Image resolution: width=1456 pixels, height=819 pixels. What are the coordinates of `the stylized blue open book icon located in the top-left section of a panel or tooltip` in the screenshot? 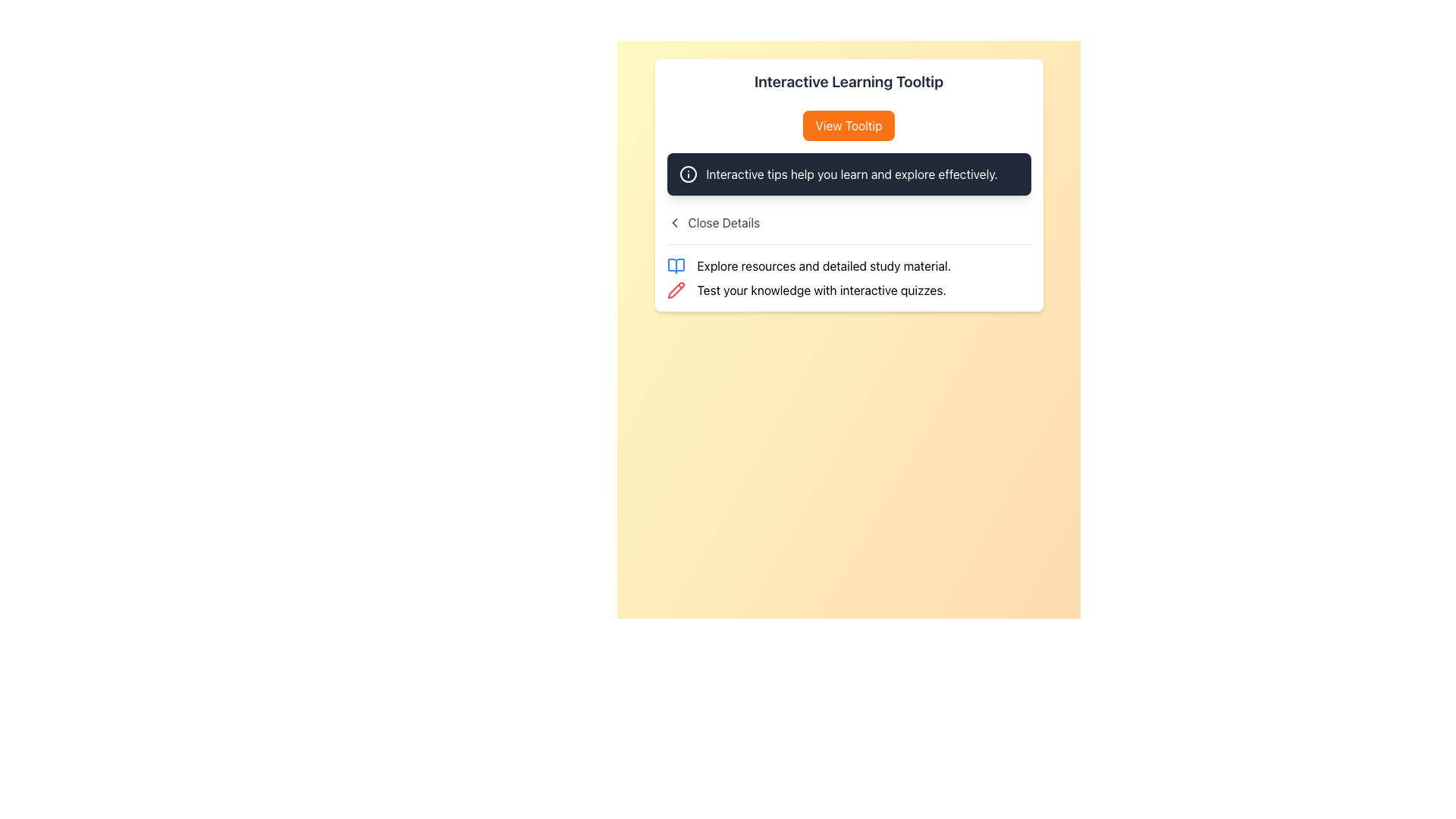 It's located at (675, 265).